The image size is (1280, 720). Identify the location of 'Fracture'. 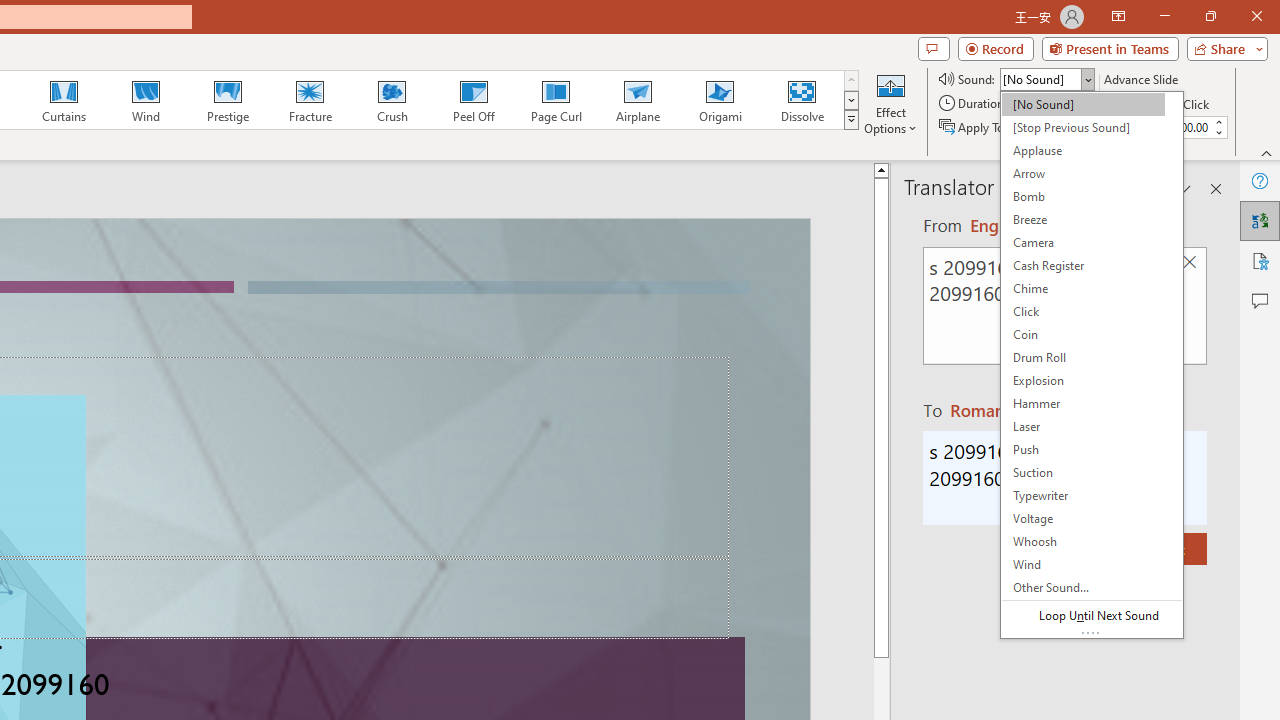
(308, 100).